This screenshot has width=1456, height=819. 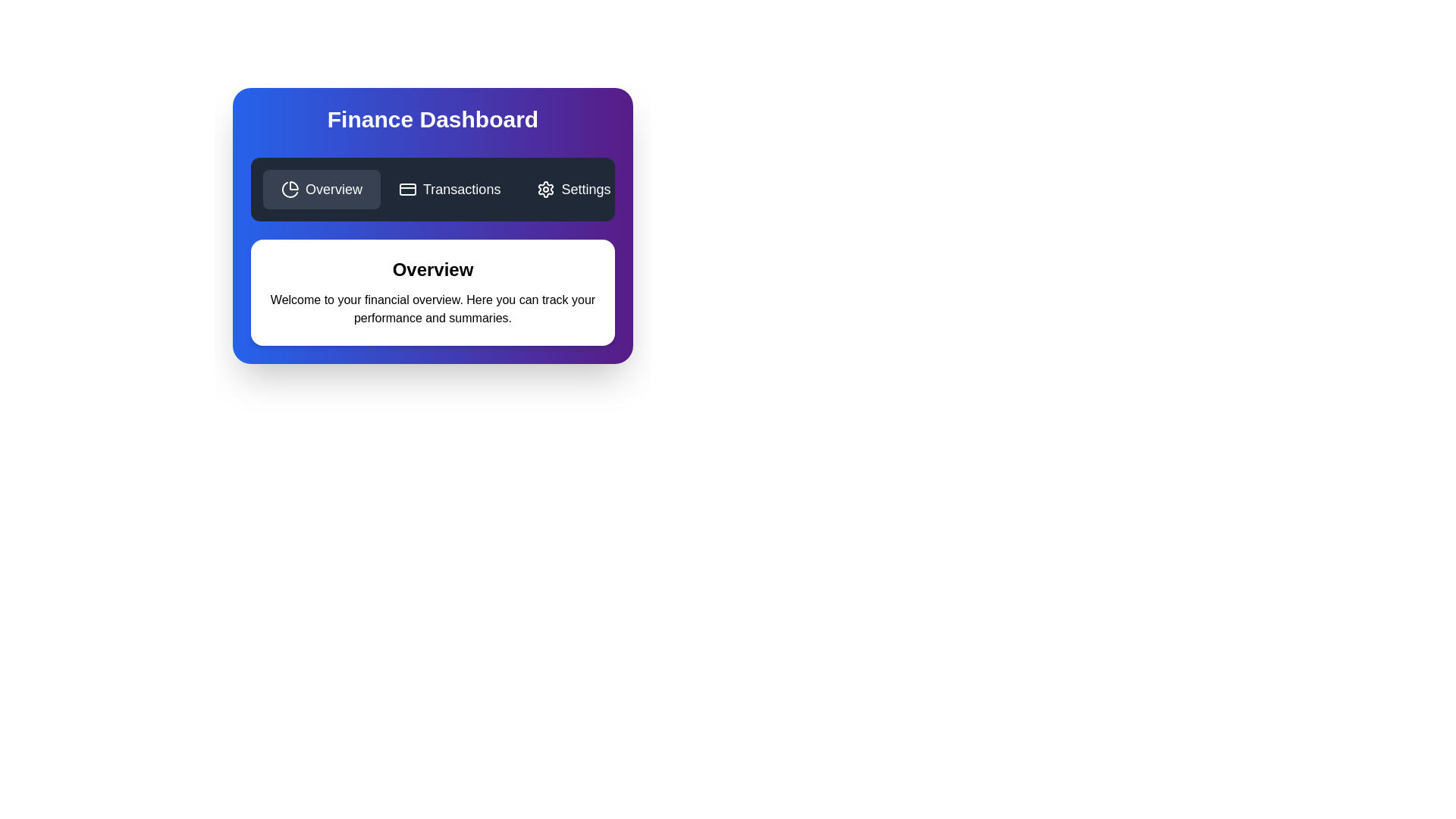 What do you see at coordinates (546, 189) in the screenshot?
I see `the gear-shaped settings icon, which is the leftmost component of the 'Settings' button` at bounding box center [546, 189].